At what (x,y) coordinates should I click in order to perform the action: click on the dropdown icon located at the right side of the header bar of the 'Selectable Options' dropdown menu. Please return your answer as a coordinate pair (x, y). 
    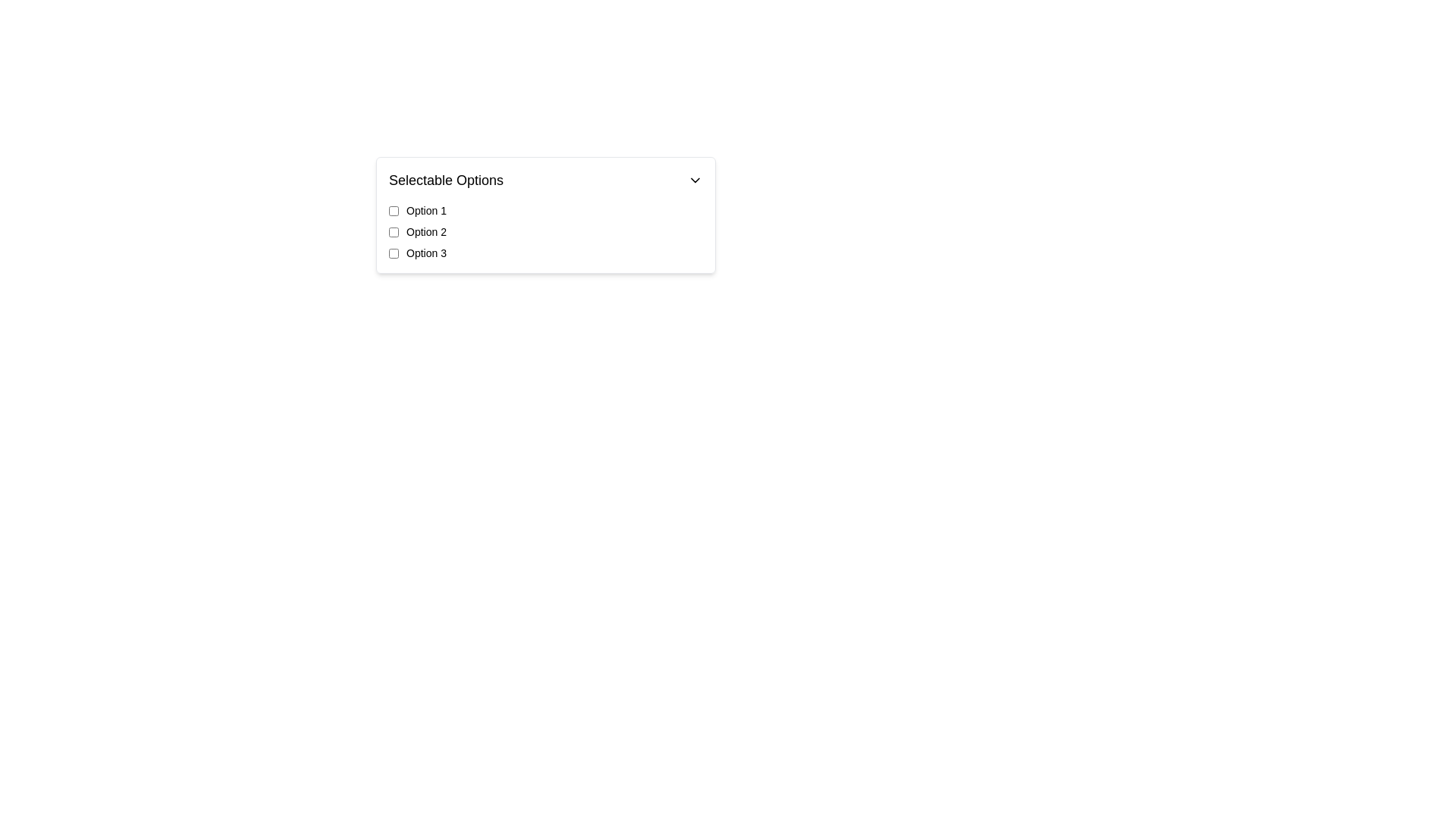
    Looking at the image, I should click on (694, 180).